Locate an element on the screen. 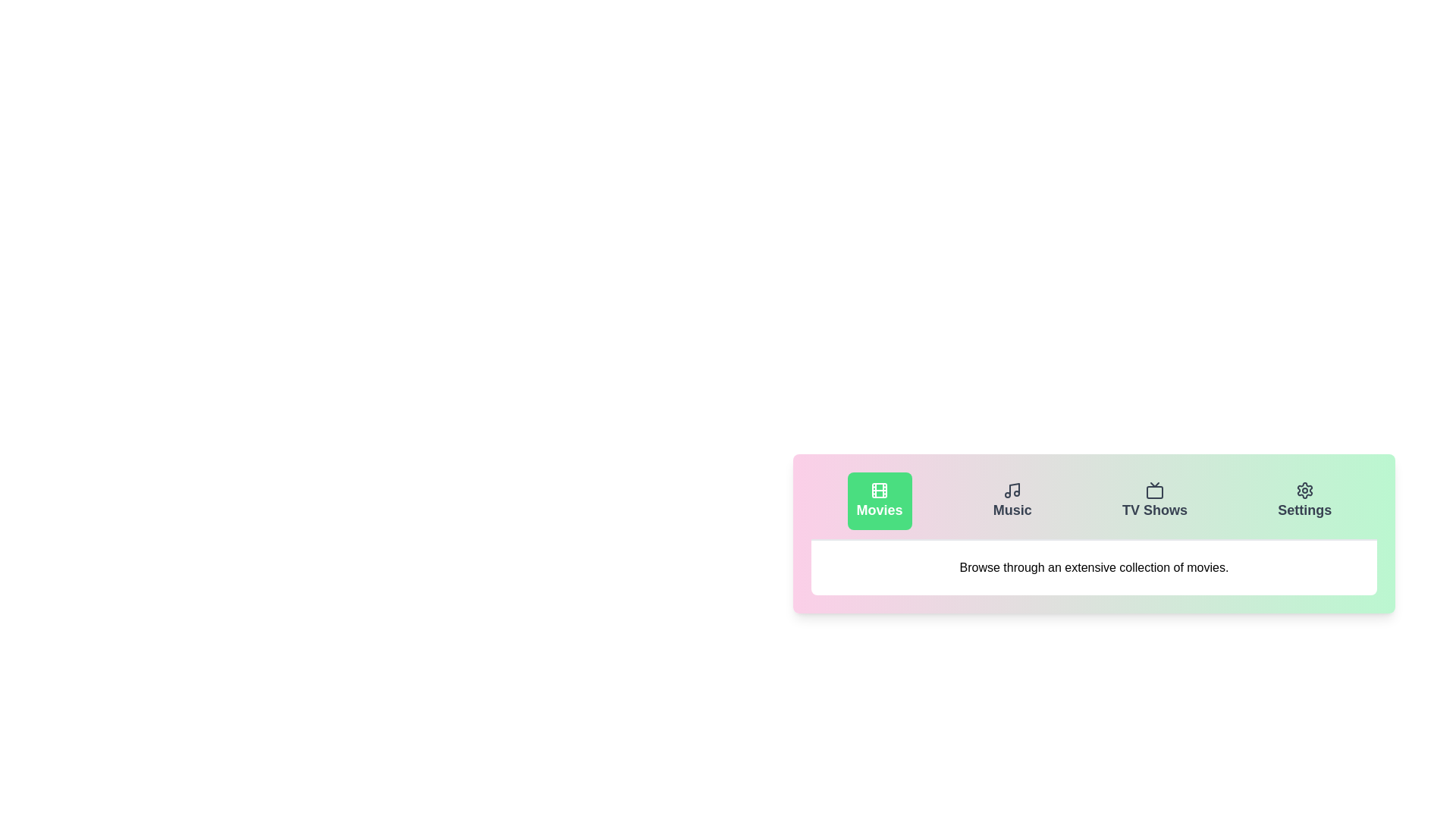 The height and width of the screenshot is (819, 1456). the Movies tab to switch to its content is located at coordinates (880, 500).